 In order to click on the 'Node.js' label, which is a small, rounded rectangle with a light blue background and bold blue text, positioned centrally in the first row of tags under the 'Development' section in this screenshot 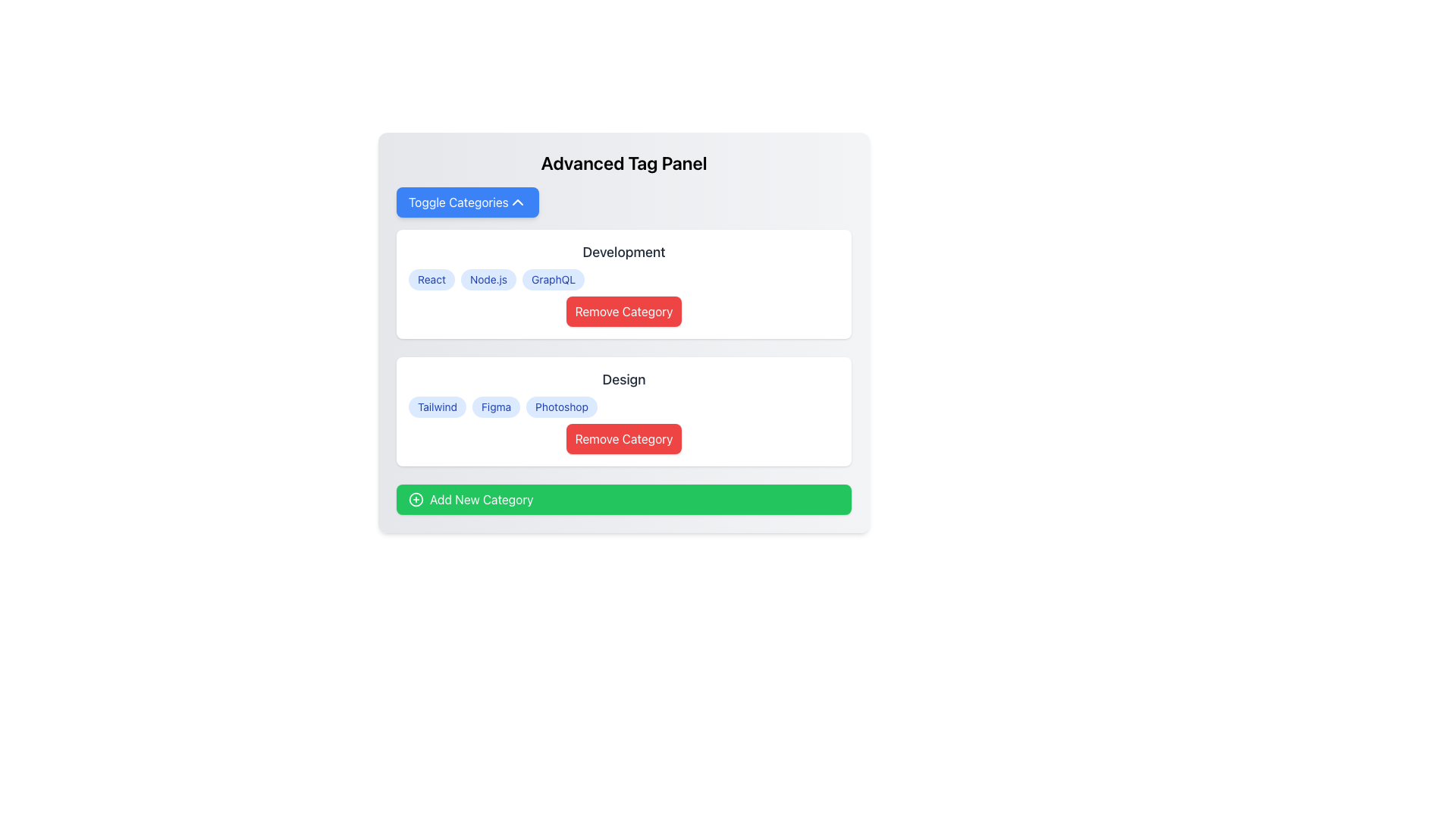, I will do `click(488, 280)`.